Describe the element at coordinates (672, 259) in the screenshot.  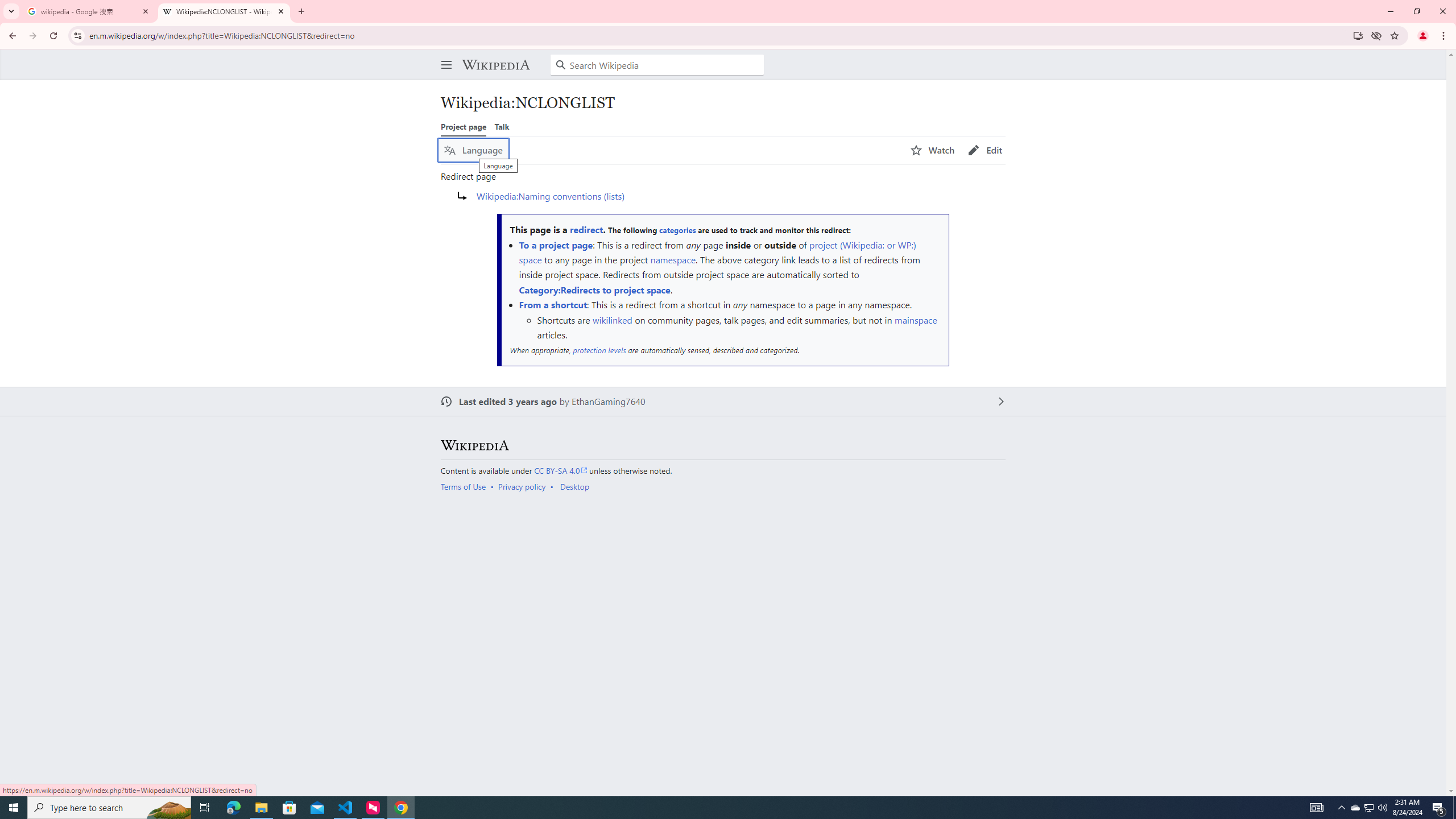
I see `'namespace'` at that location.